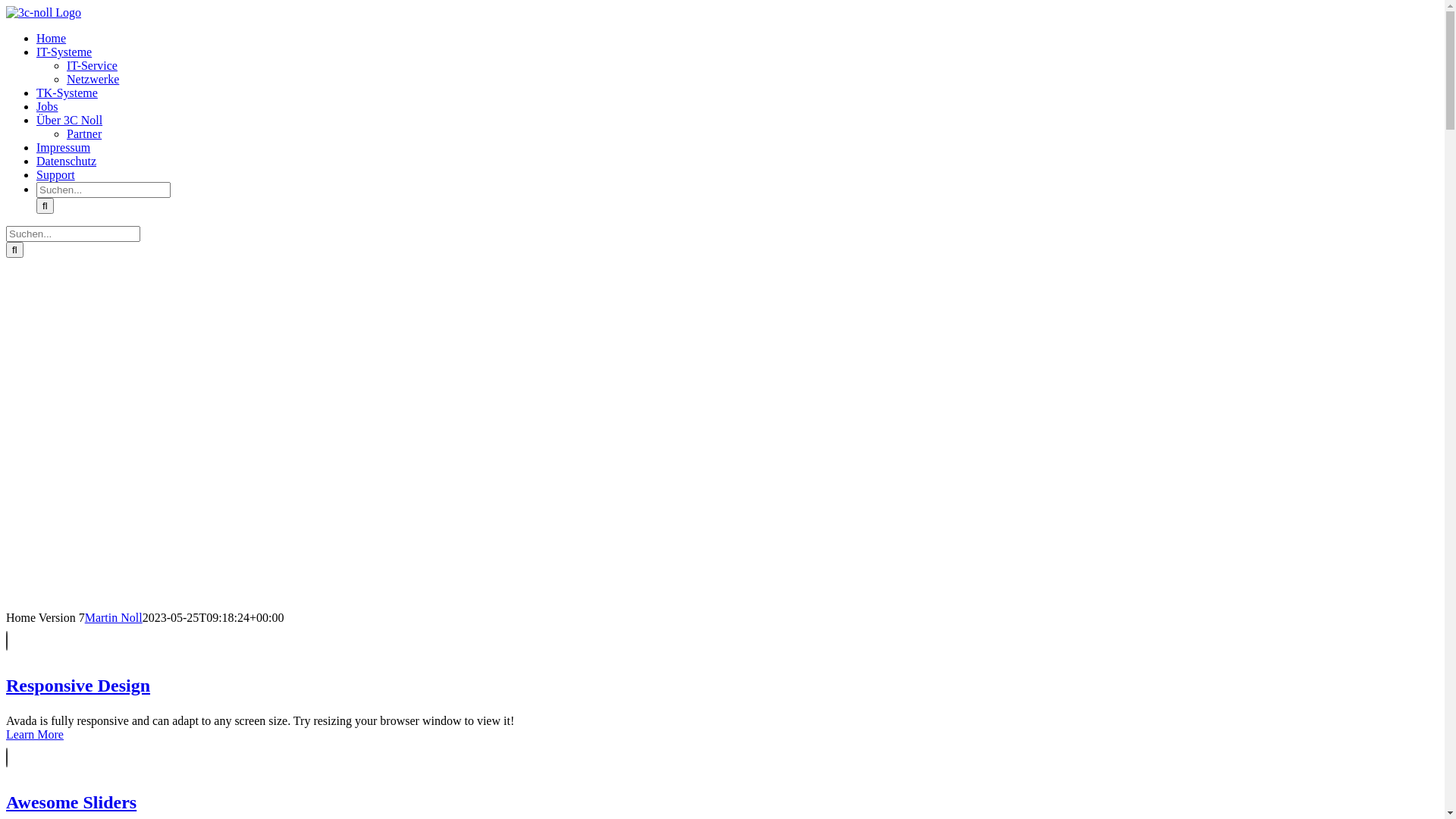  I want to click on 'IT-Service', so click(91, 64).